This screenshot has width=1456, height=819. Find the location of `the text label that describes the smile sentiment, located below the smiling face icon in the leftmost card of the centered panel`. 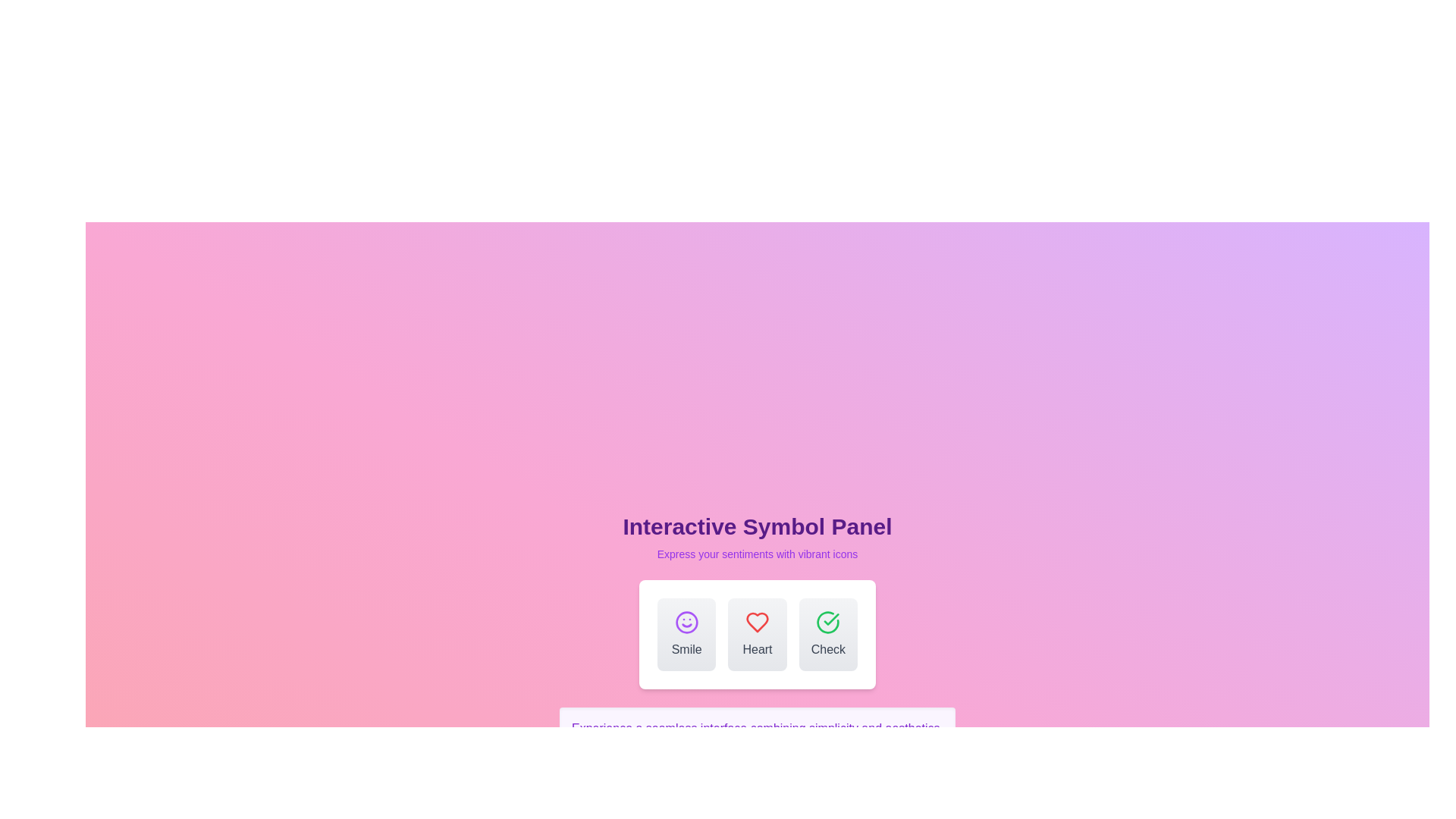

the text label that describes the smile sentiment, located below the smiling face icon in the leftmost card of the centered panel is located at coordinates (686, 648).